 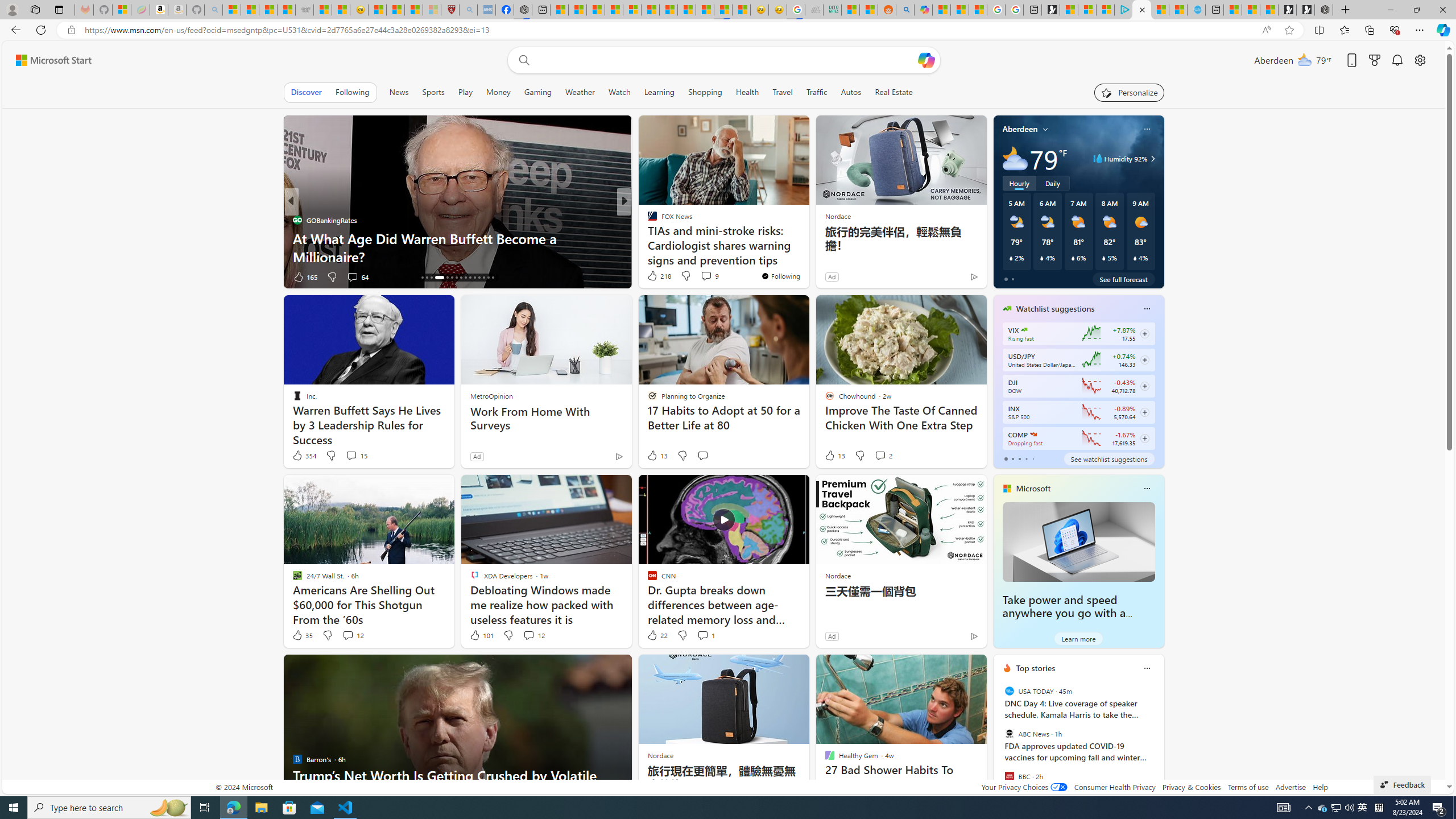 What do you see at coordinates (1150, 159) in the screenshot?
I see `'Humidity 92%'` at bounding box center [1150, 159].